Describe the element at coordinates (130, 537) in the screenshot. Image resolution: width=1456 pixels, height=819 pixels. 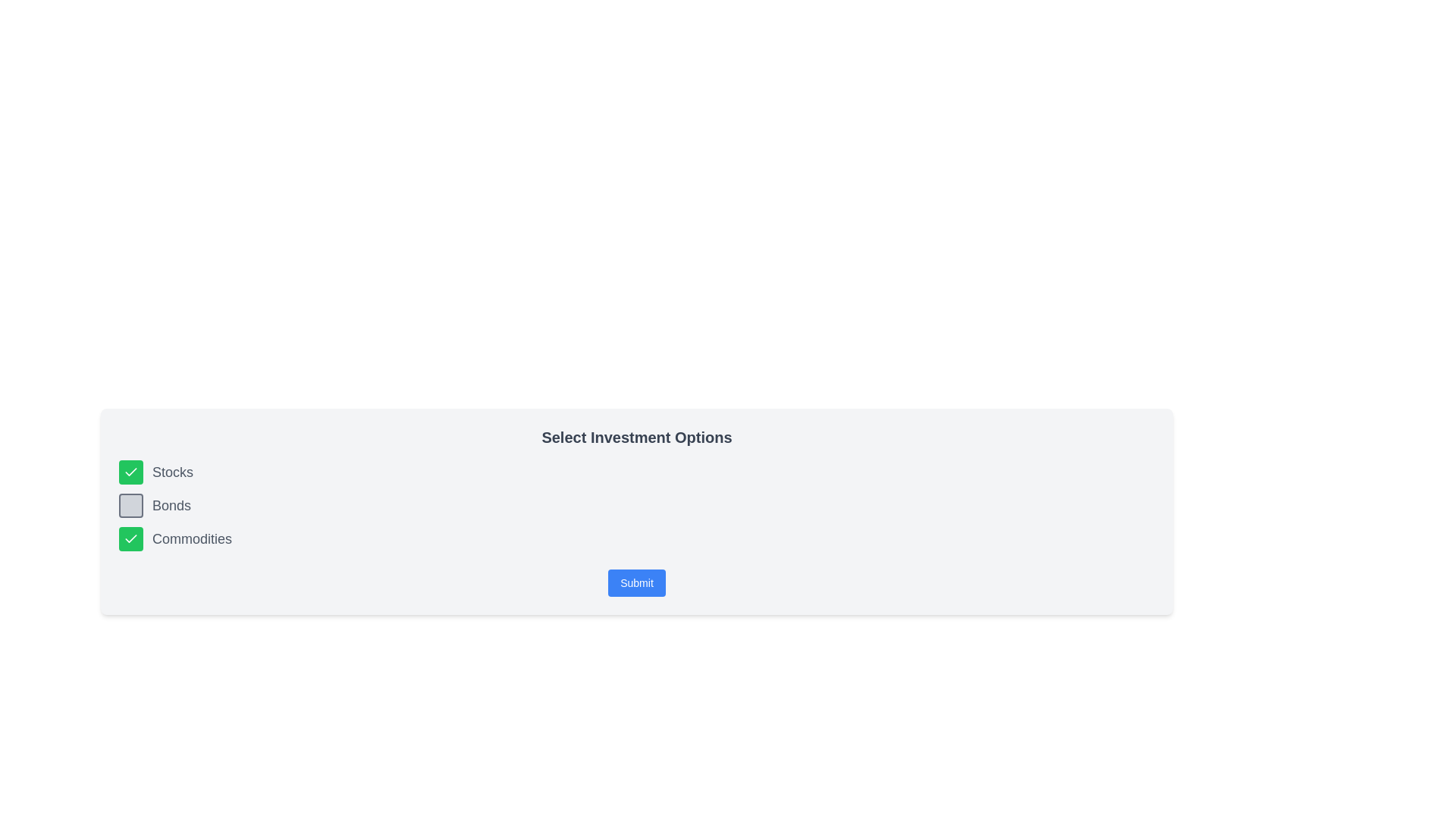
I see `the checkmark icon indicating that the 'Commodities' option has been selected from the list of checkbox options` at that location.